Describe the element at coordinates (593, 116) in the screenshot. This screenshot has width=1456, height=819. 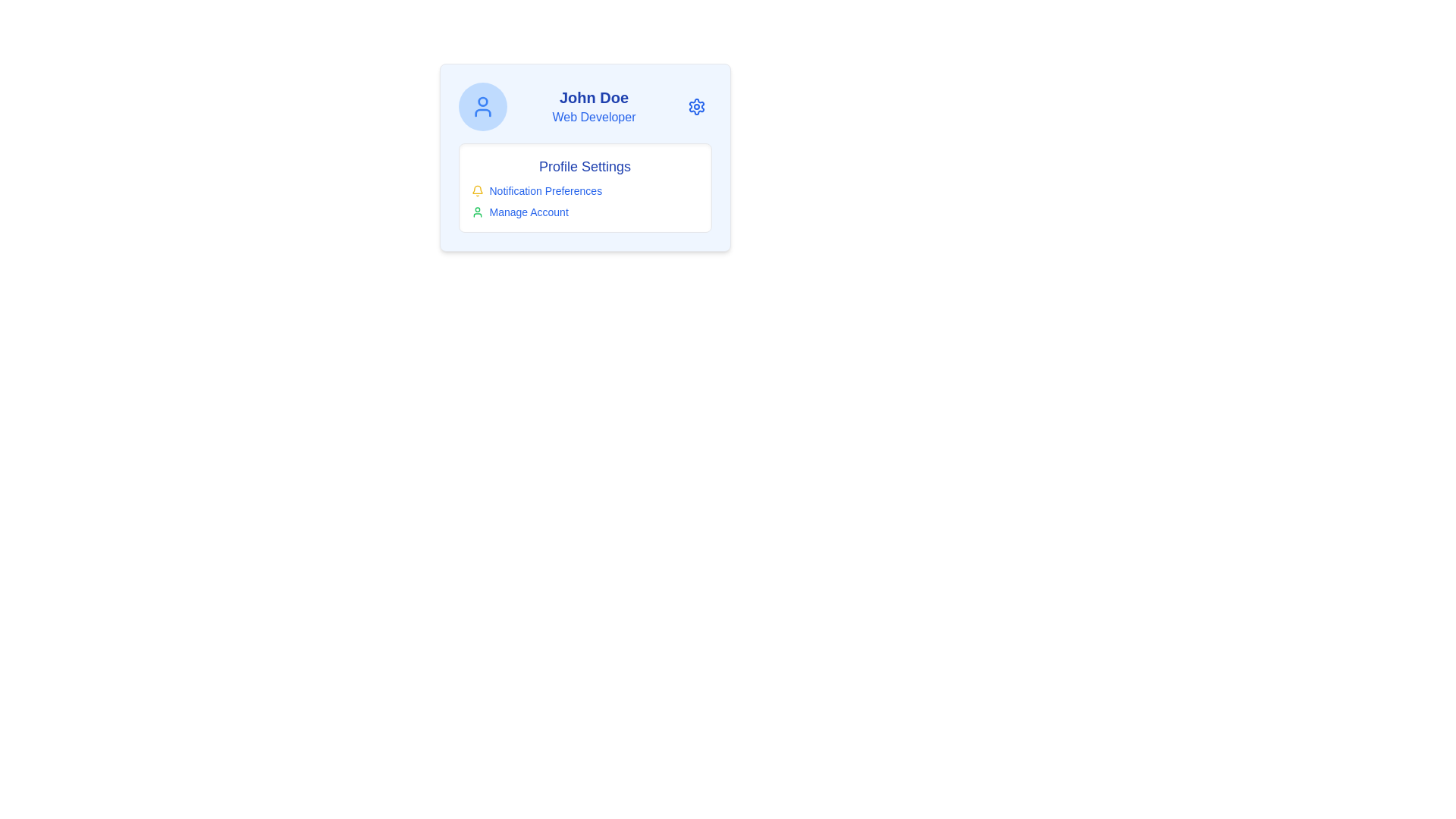
I see `text displayed in the Text Label that shows the user's professional title, located directly below the 'John Doe' text label in the user profile card` at that location.